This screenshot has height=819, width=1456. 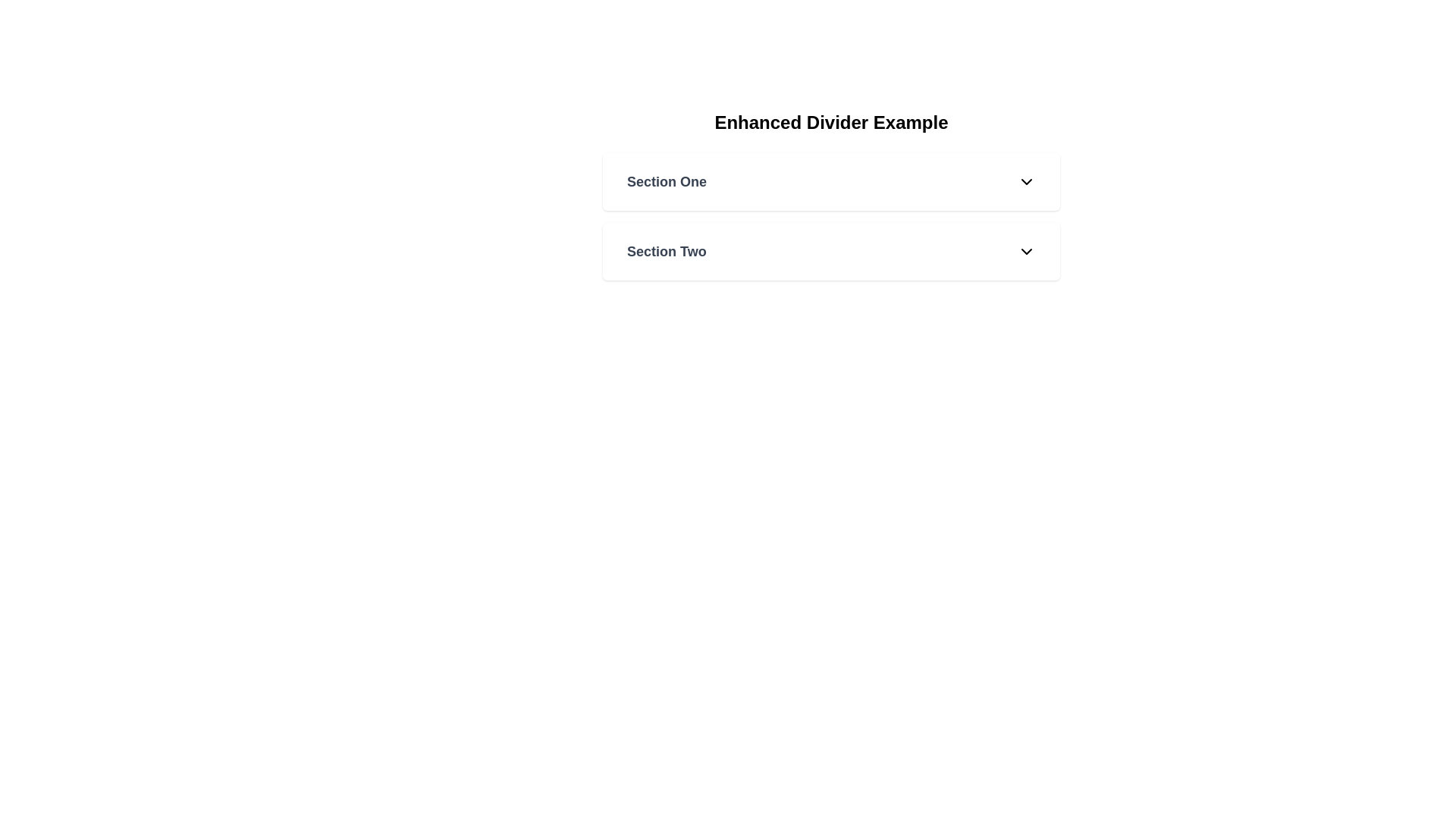 What do you see at coordinates (667, 180) in the screenshot?
I see `the text label that identifies the first section of the collapsible list interface, located to the left of the chevron icon` at bounding box center [667, 180].